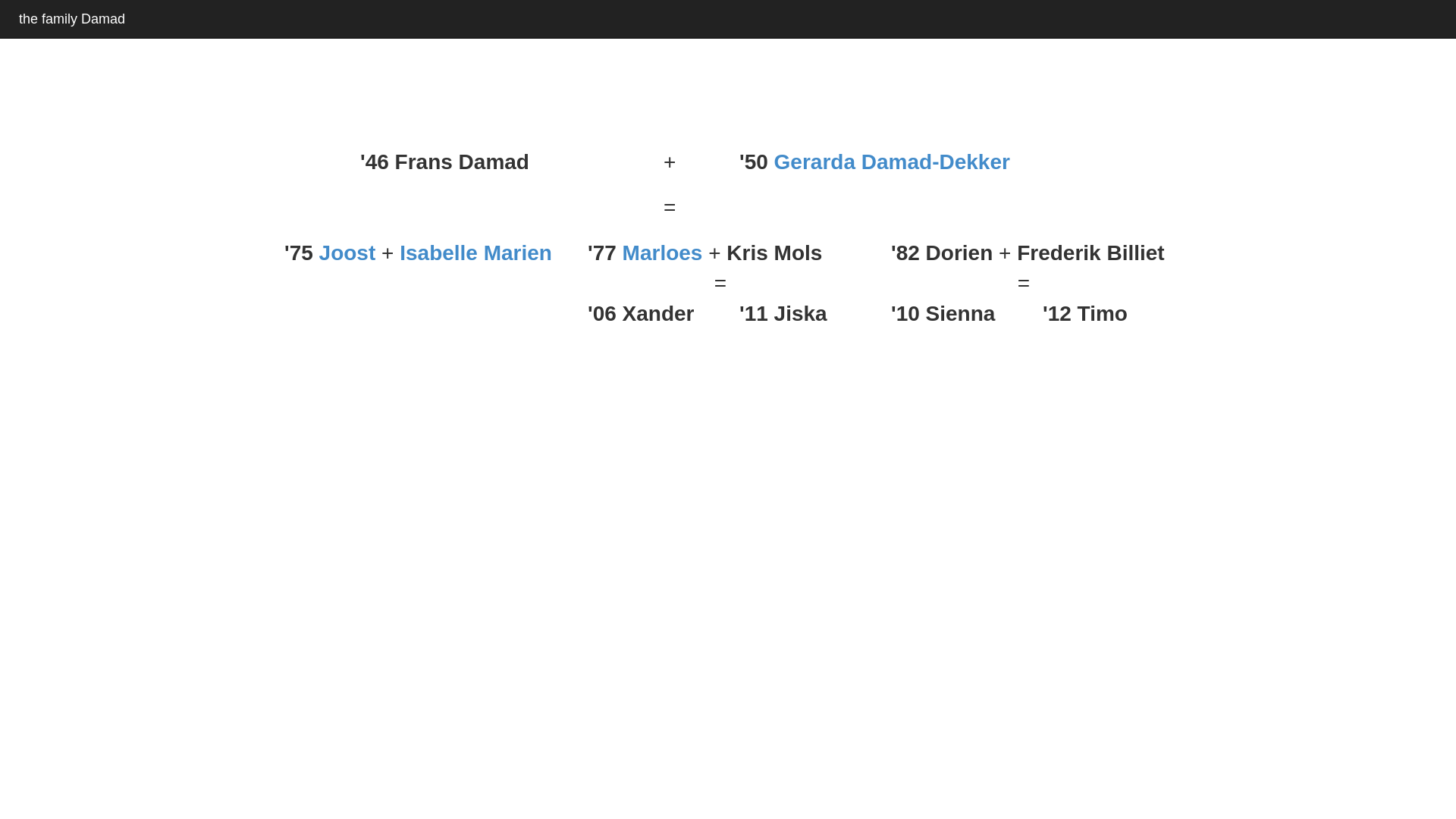  What do you see at coordinates (347, 252) in the screenshot?
I see `'Joost'` at bounding box center [347, 252].